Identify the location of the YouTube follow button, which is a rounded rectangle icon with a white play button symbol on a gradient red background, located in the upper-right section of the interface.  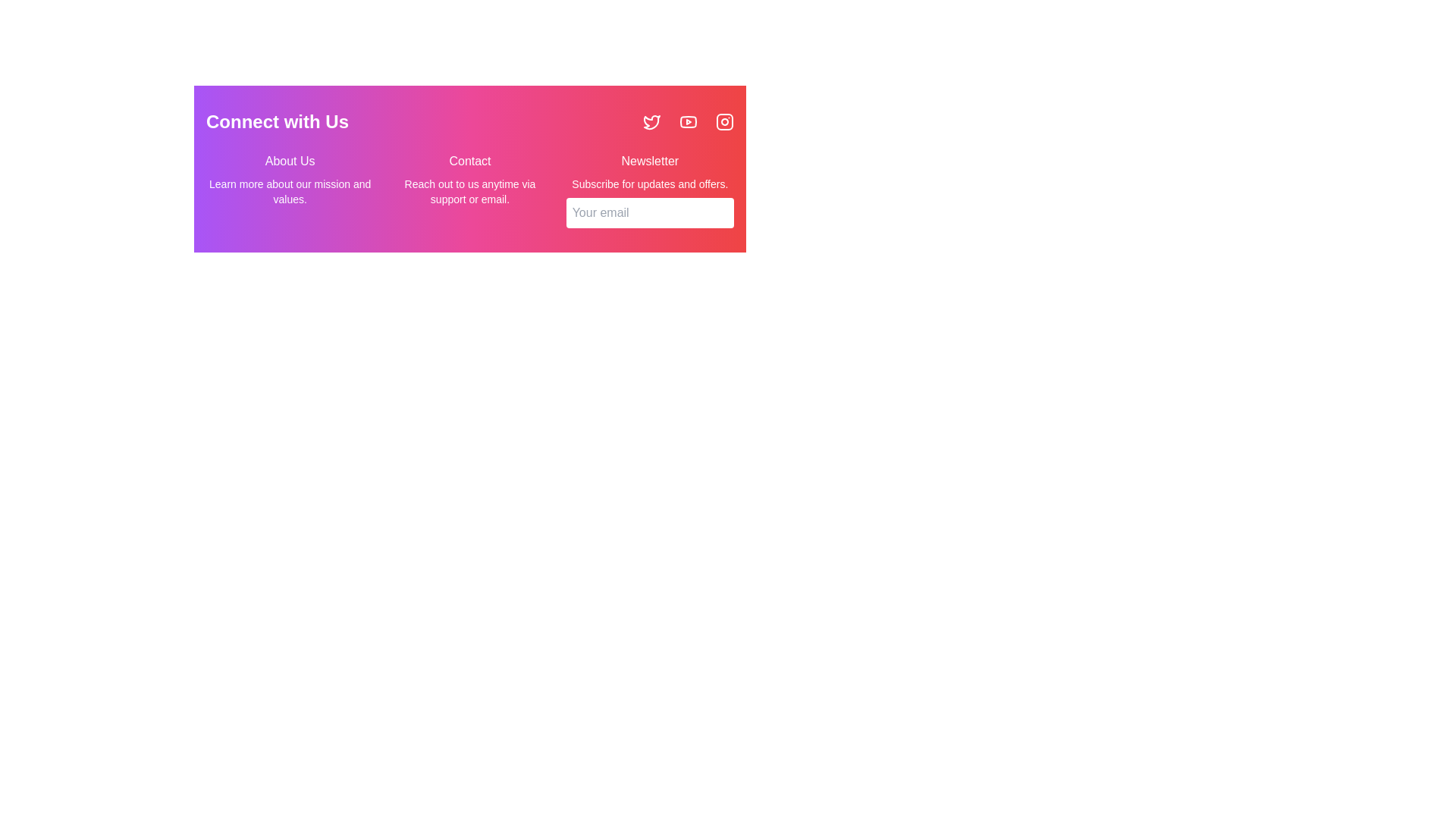
(687, 121).